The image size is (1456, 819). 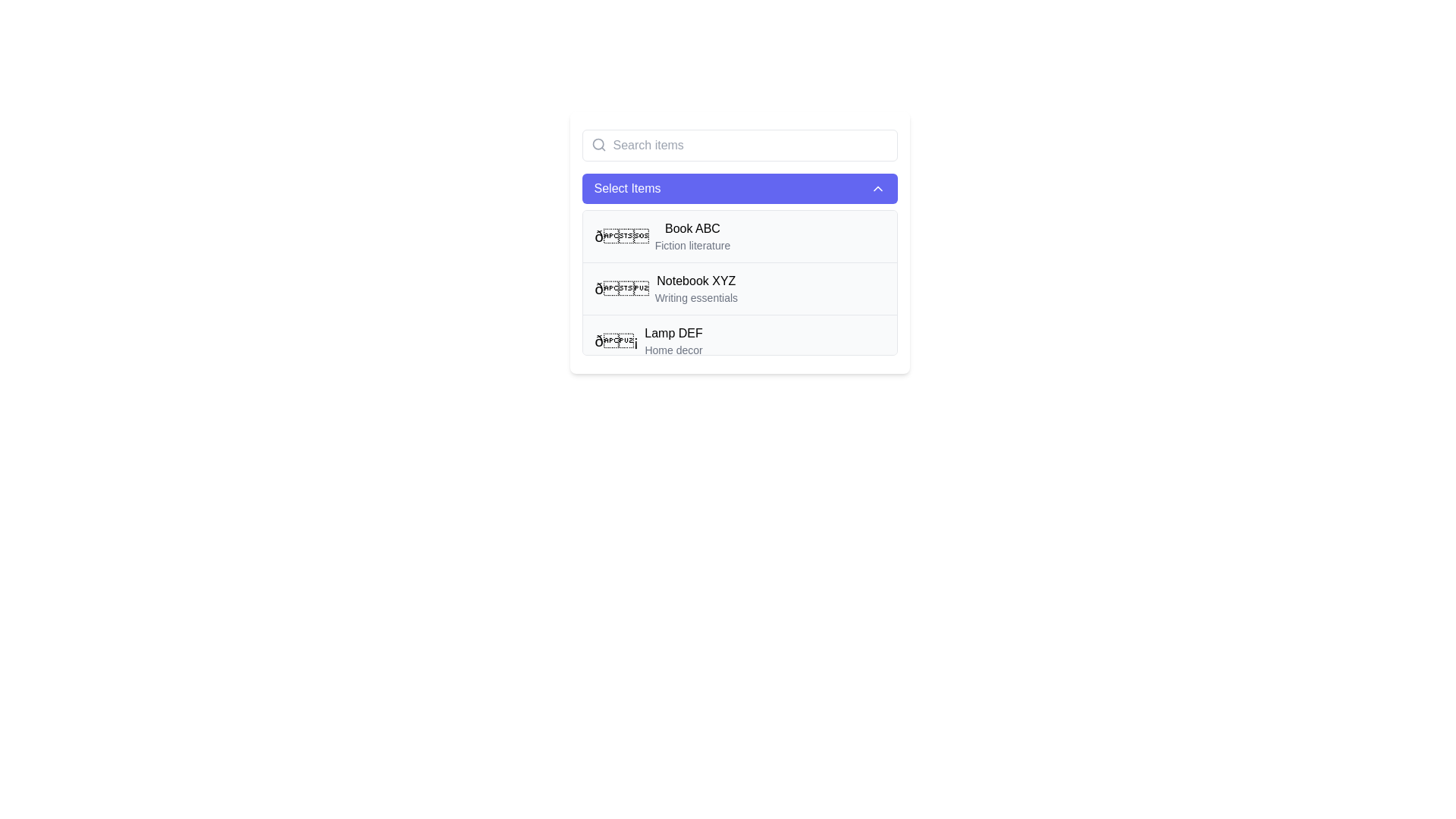 I want to click on the first list item in the dropdown menu labeled 'Select Items', which displays the book icon and the text 'Book ABC' and 'Fiction literature', so click(x=662, y=237).